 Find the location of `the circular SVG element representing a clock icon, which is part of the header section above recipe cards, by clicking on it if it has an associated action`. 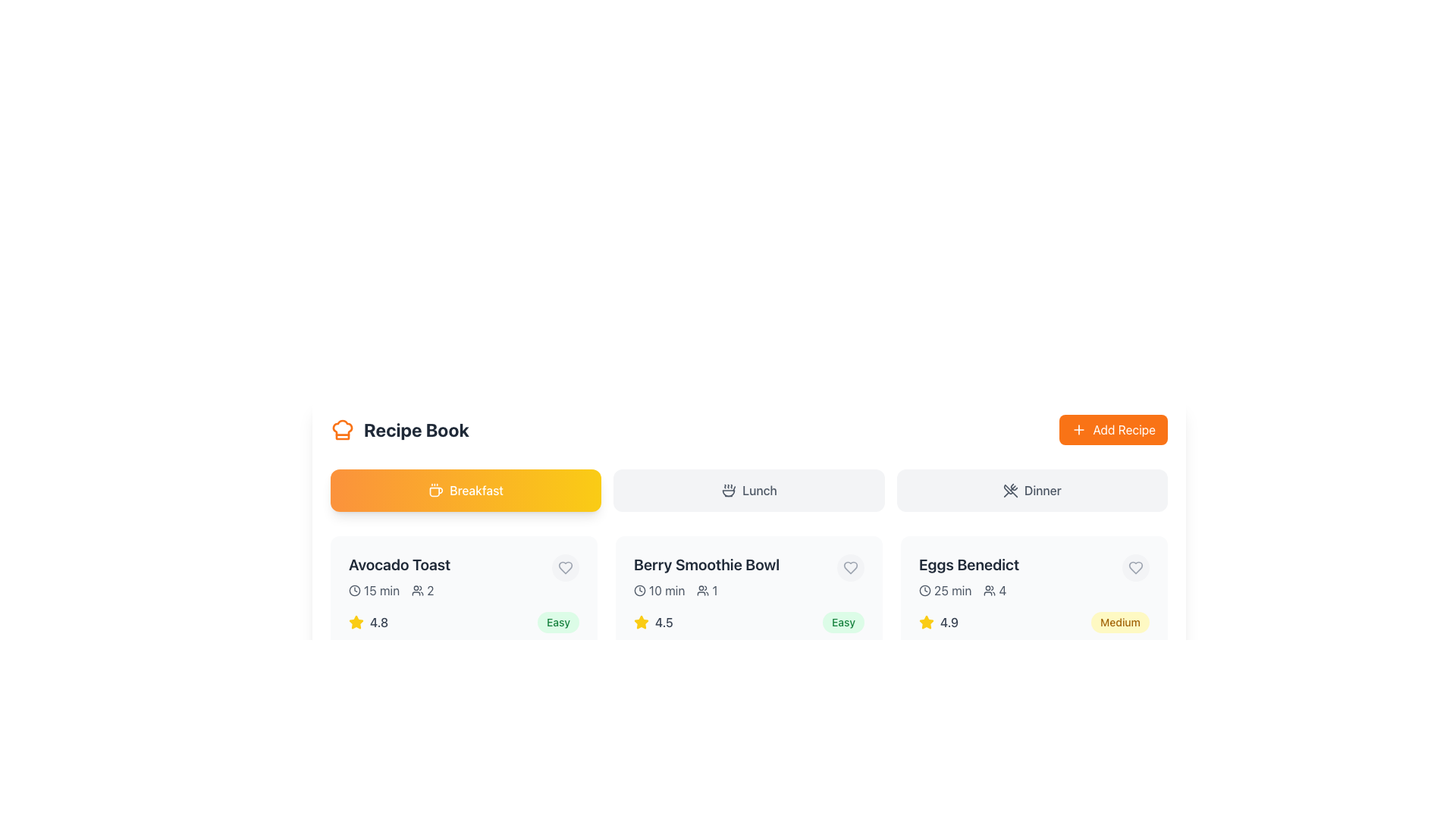

the circular SVG element representing a clock icon, which is part of the header section above recipe cards, by clicking on it if it has an associated action is located at coordinates (640, 590).